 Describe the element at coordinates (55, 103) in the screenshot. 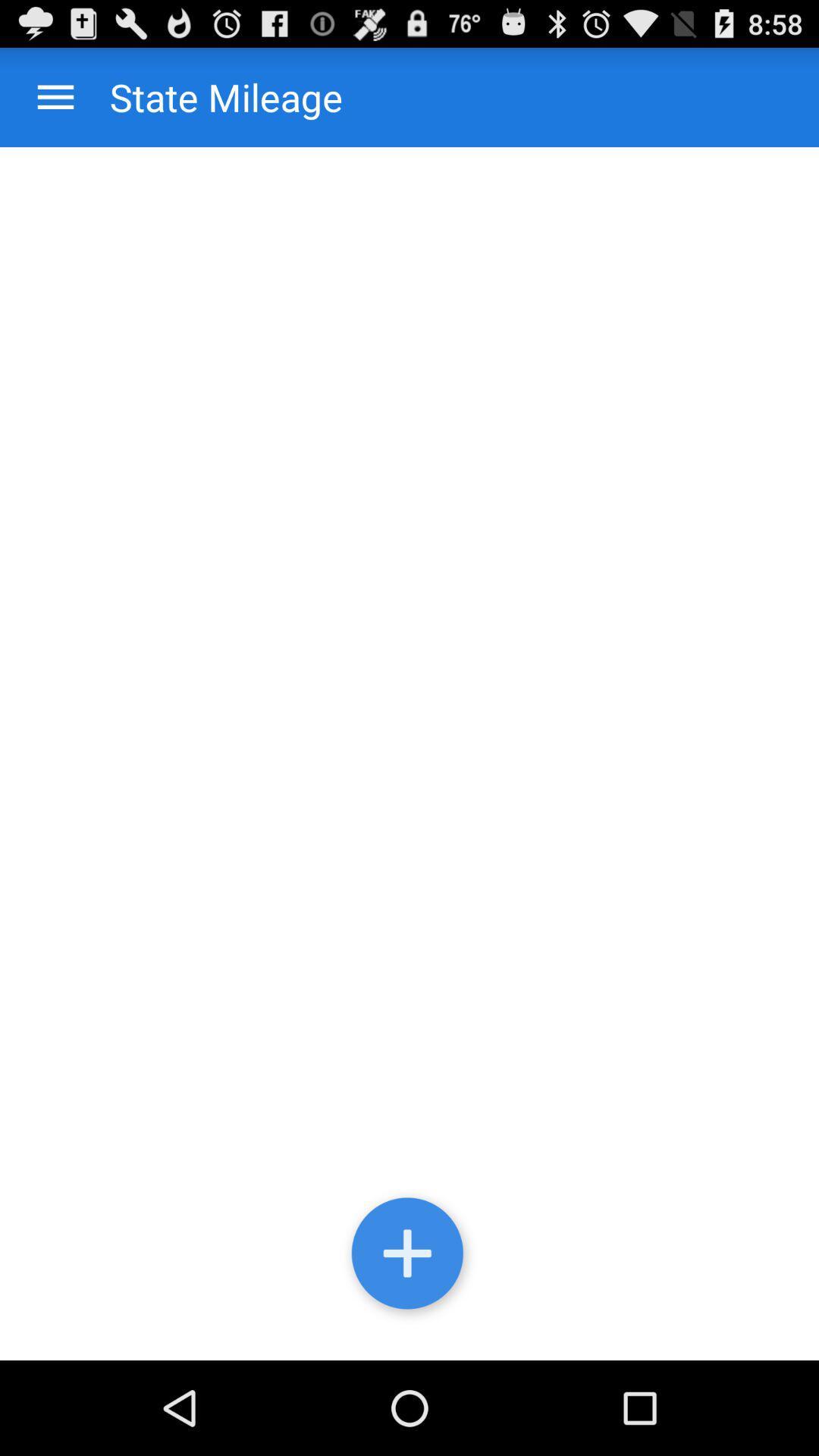

I see `the menu icon` at that location.